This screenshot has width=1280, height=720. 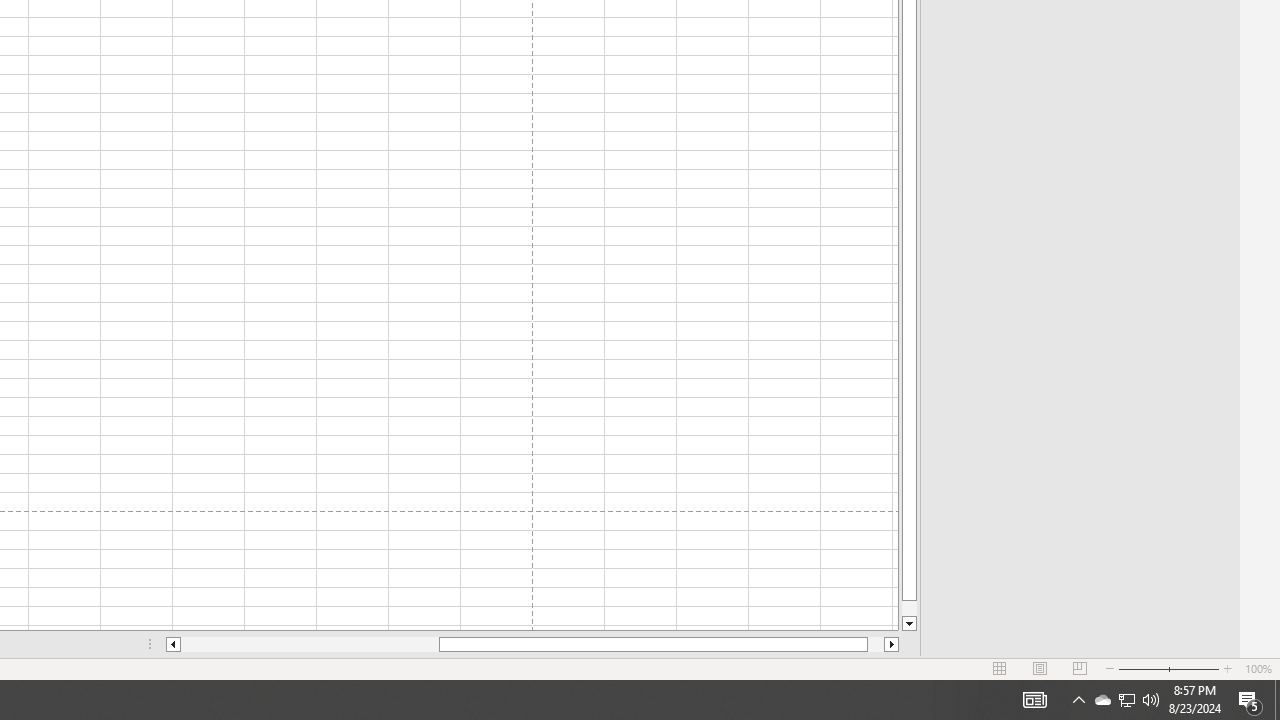 I want to click on 'Page right', so click(x=876, y=644).